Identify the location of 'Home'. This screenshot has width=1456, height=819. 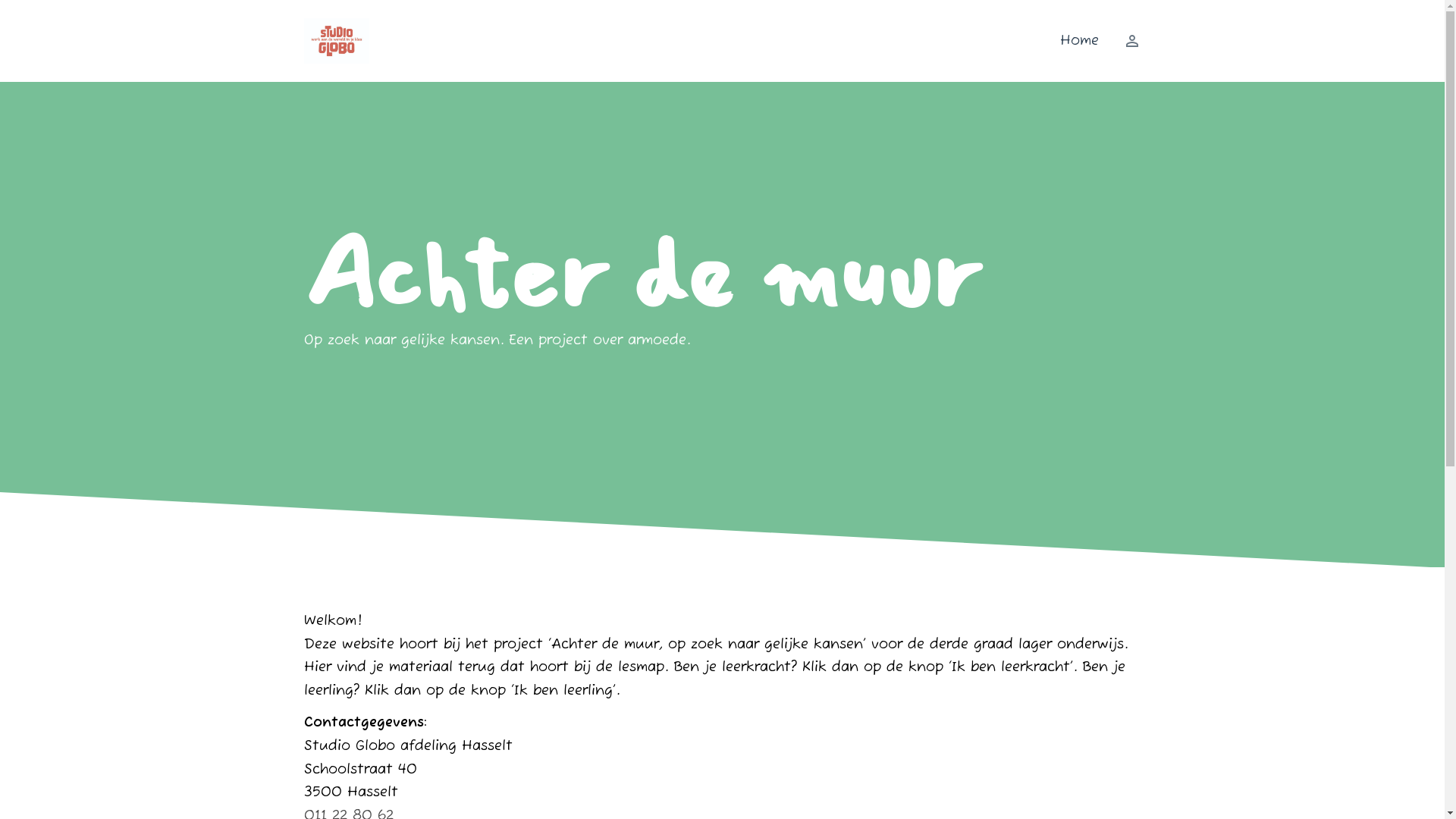
(1078, 40).